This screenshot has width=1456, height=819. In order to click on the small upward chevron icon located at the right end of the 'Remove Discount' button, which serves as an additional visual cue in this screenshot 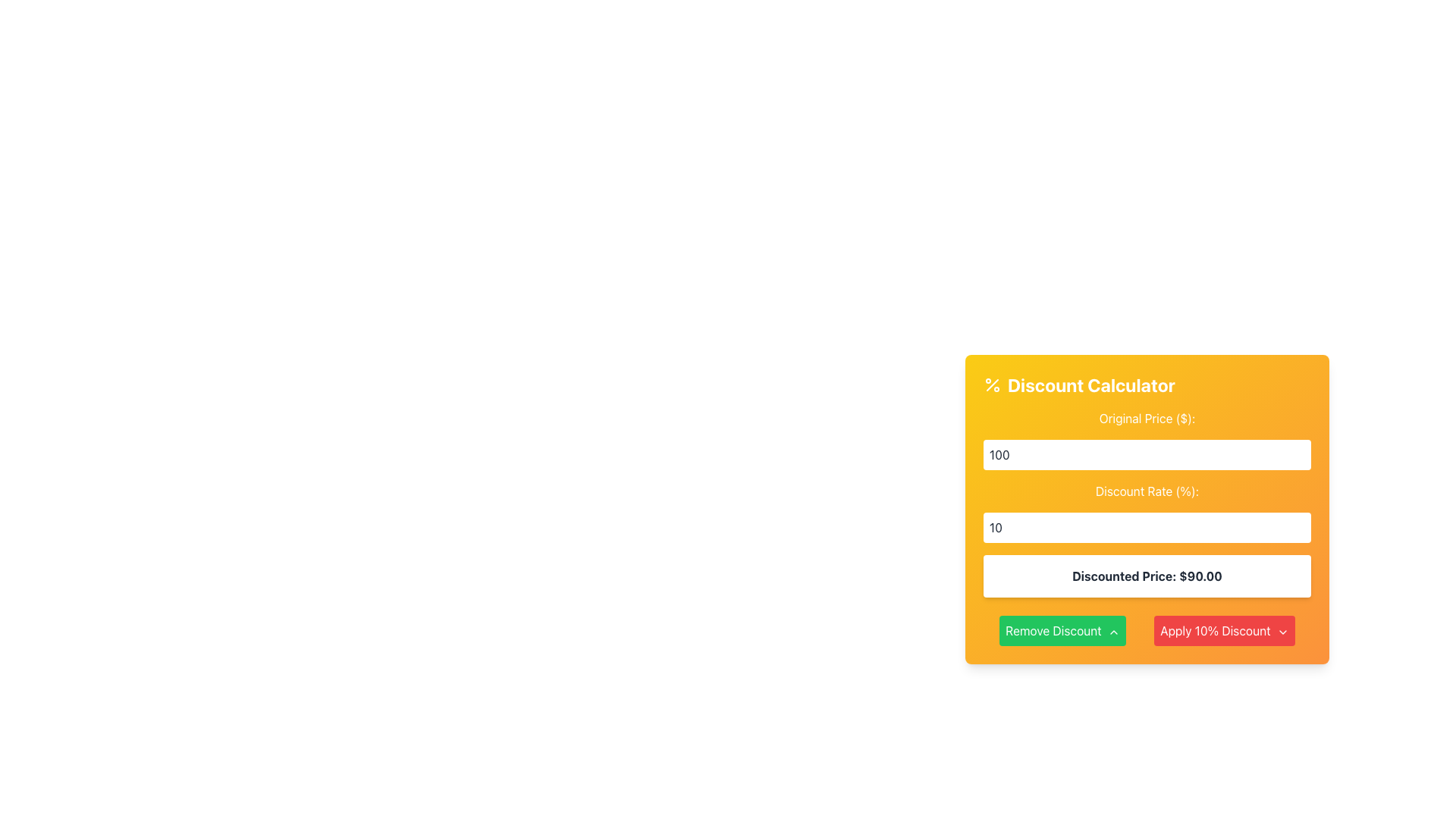, I will do `click(1113, 632)`.